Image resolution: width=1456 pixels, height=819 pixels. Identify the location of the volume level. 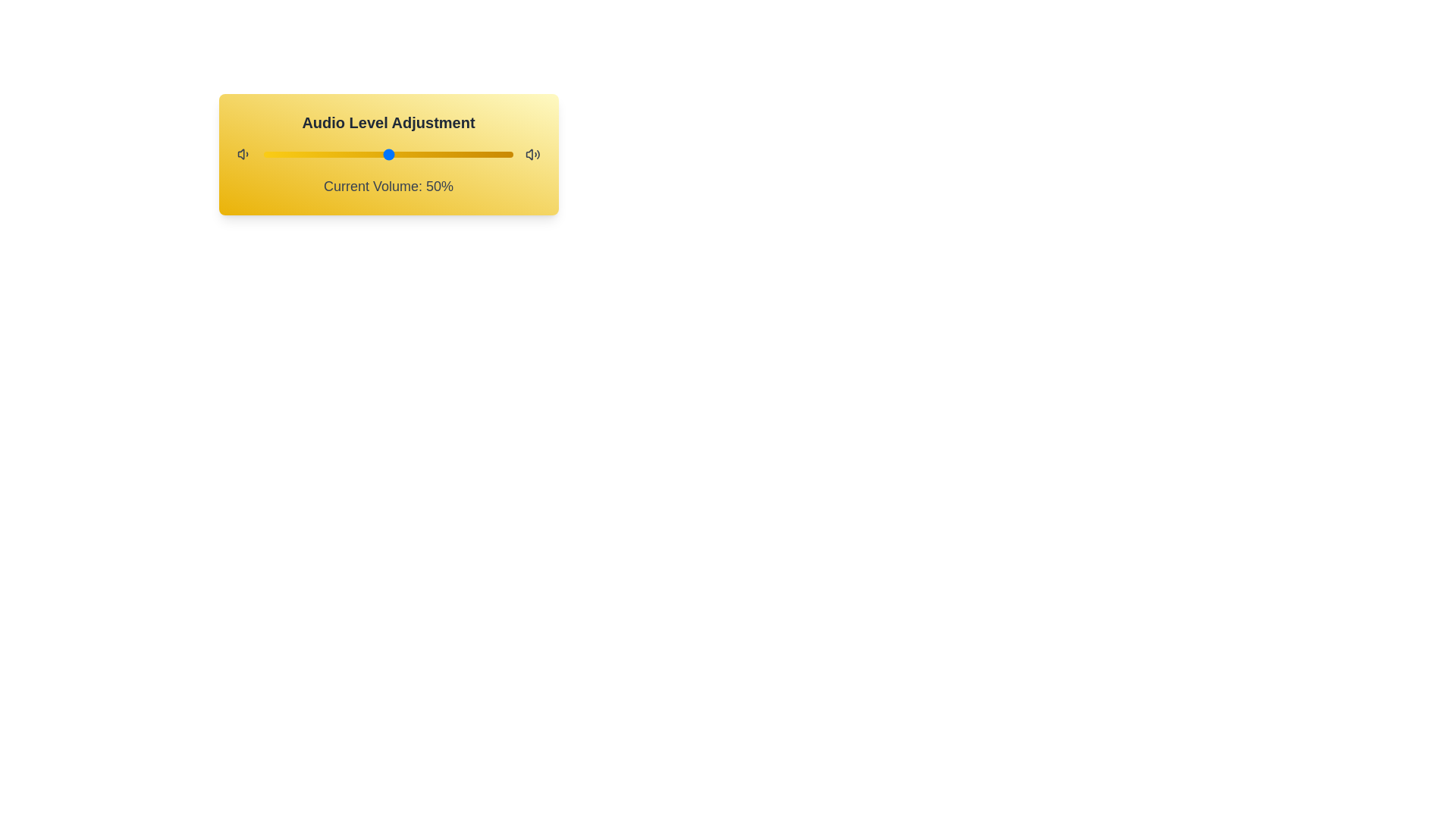
(350, 155).